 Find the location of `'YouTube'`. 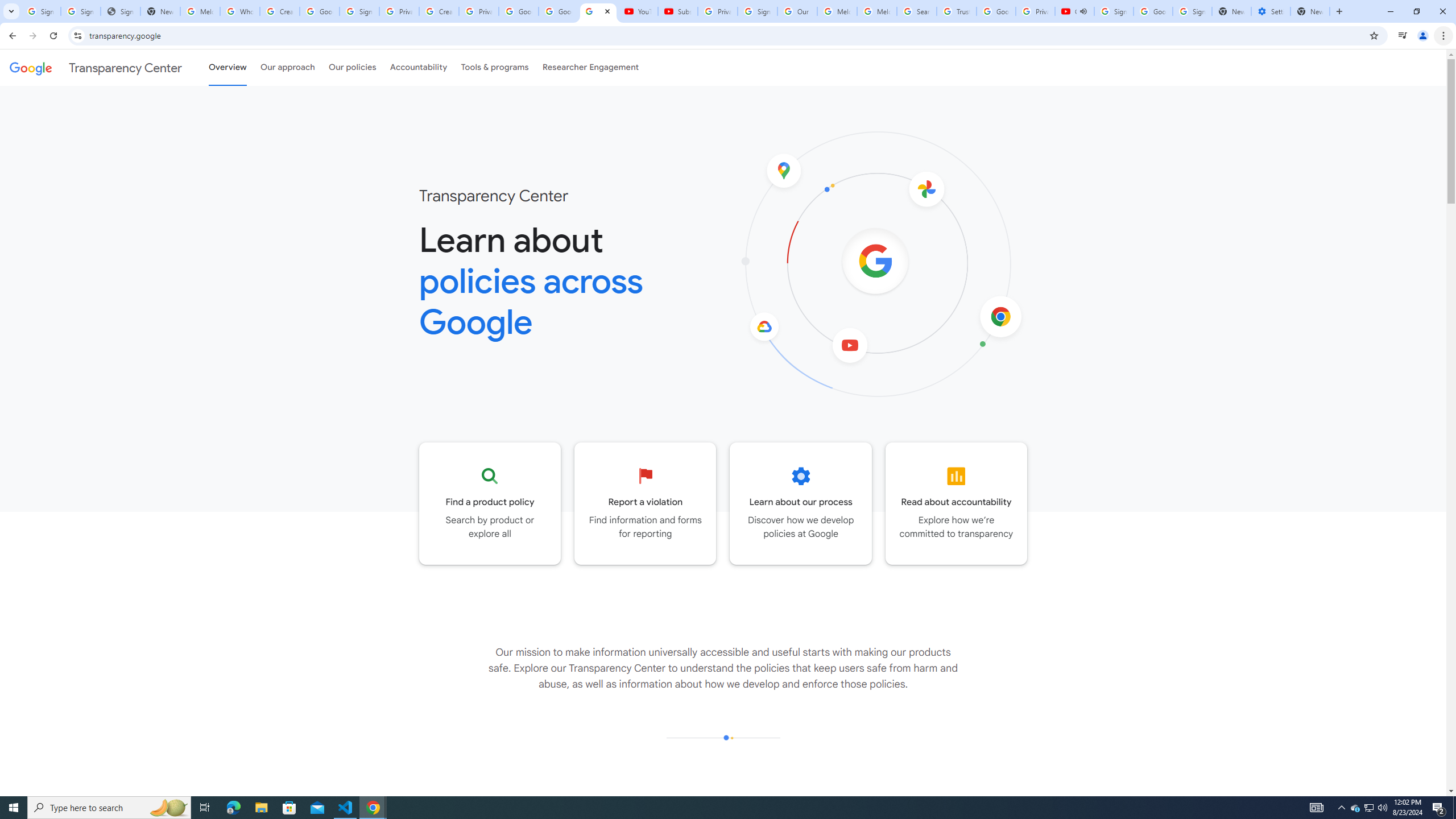

'YouTube' is located at coordinates (638, 11).